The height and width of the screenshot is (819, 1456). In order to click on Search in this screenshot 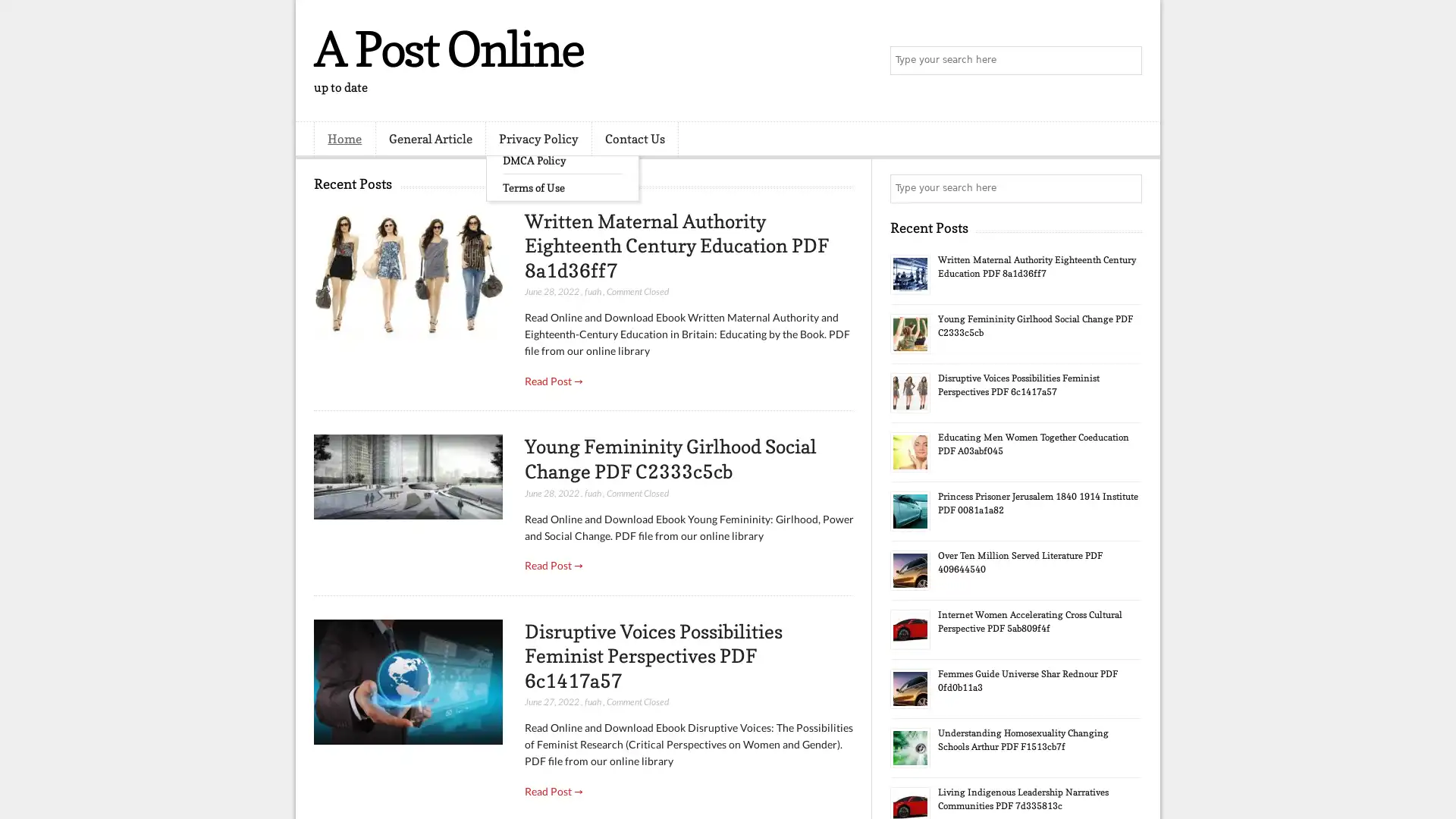, I will do `click(1126, 61)`.